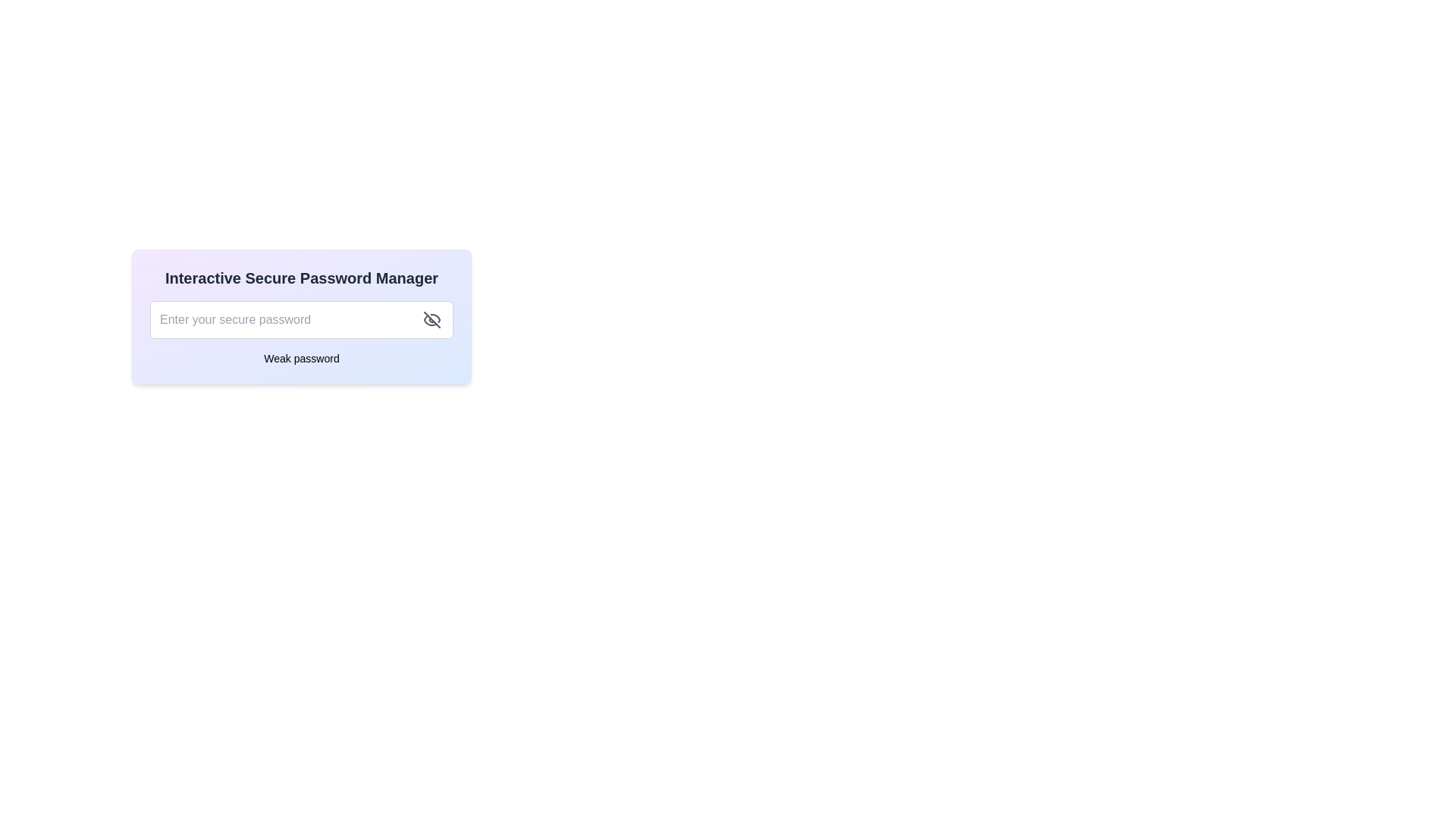  What do you see at coordinates (431, 318) in the screenshot?
I see `the eye-shaped icon with a strikethrough, located to the right of the password input field` at bounding box center [431, 318].